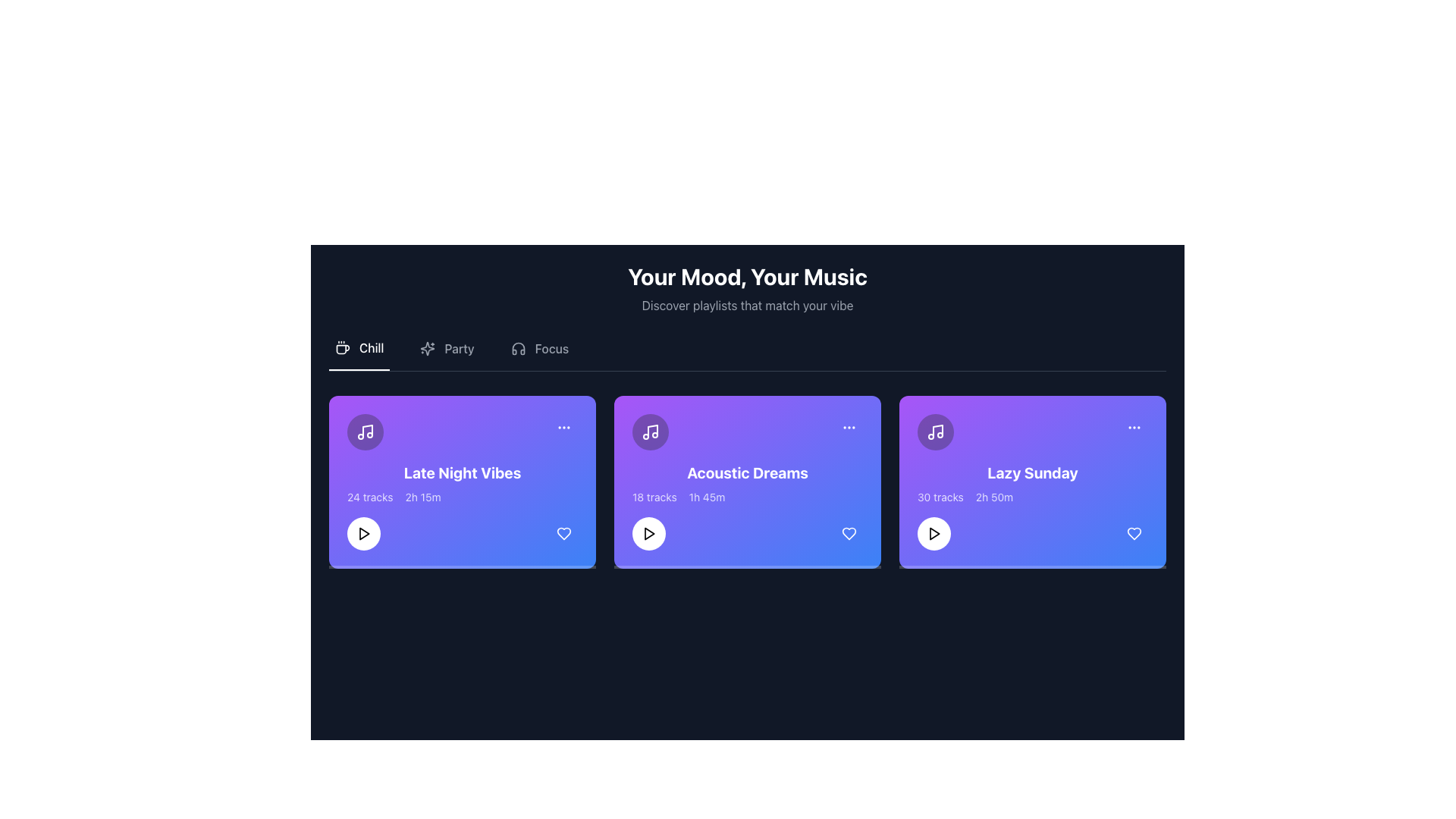 The image size is (1456, 819). Describe the element at coordinates (370, 497) in the screenshot. I see `the text label displaying '24 tracks' which is styled with a semi-transparent white overlay and positioned over a purple gradient background, located in the 'Late Night Vibes' card before the '2h 15m' text element` at that location.